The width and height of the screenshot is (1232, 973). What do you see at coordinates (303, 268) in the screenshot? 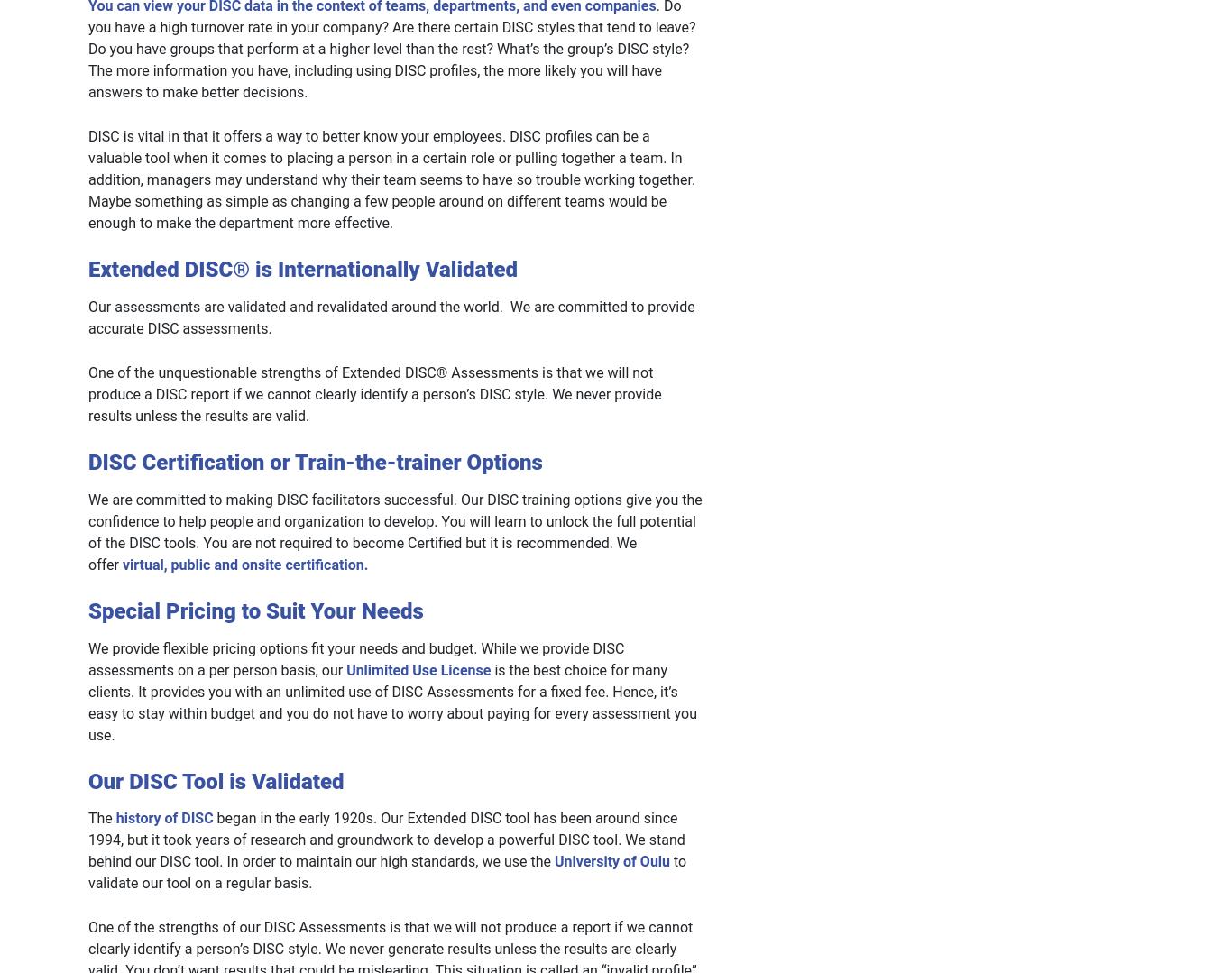
I see `'Extended DISC® is Internationally Validated'` at bounding box center [303, 268].